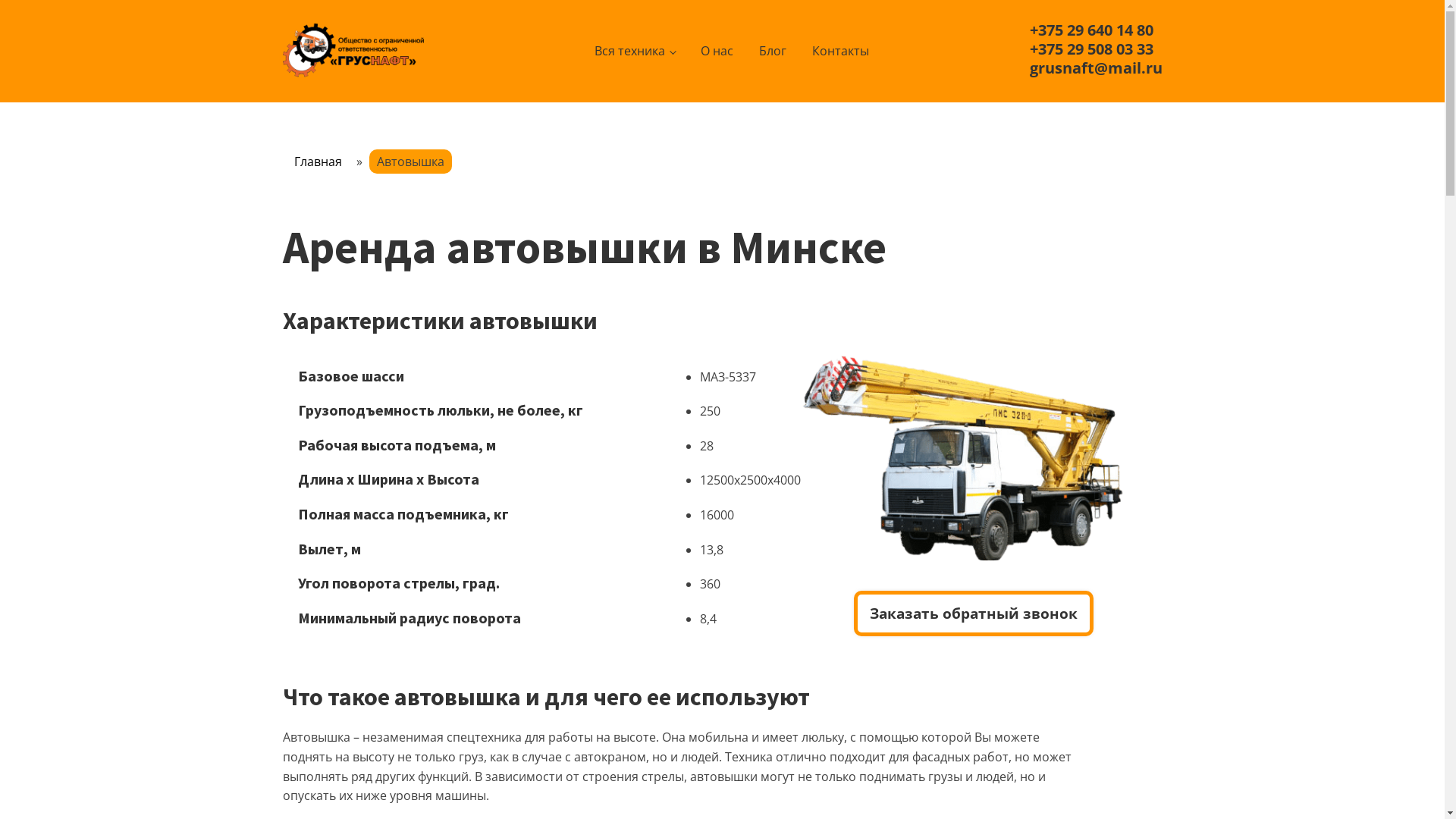 The height and width of the screenshot is (819, 1456). I want to click on '+375 29 508 03 33', so click(1030, 49).